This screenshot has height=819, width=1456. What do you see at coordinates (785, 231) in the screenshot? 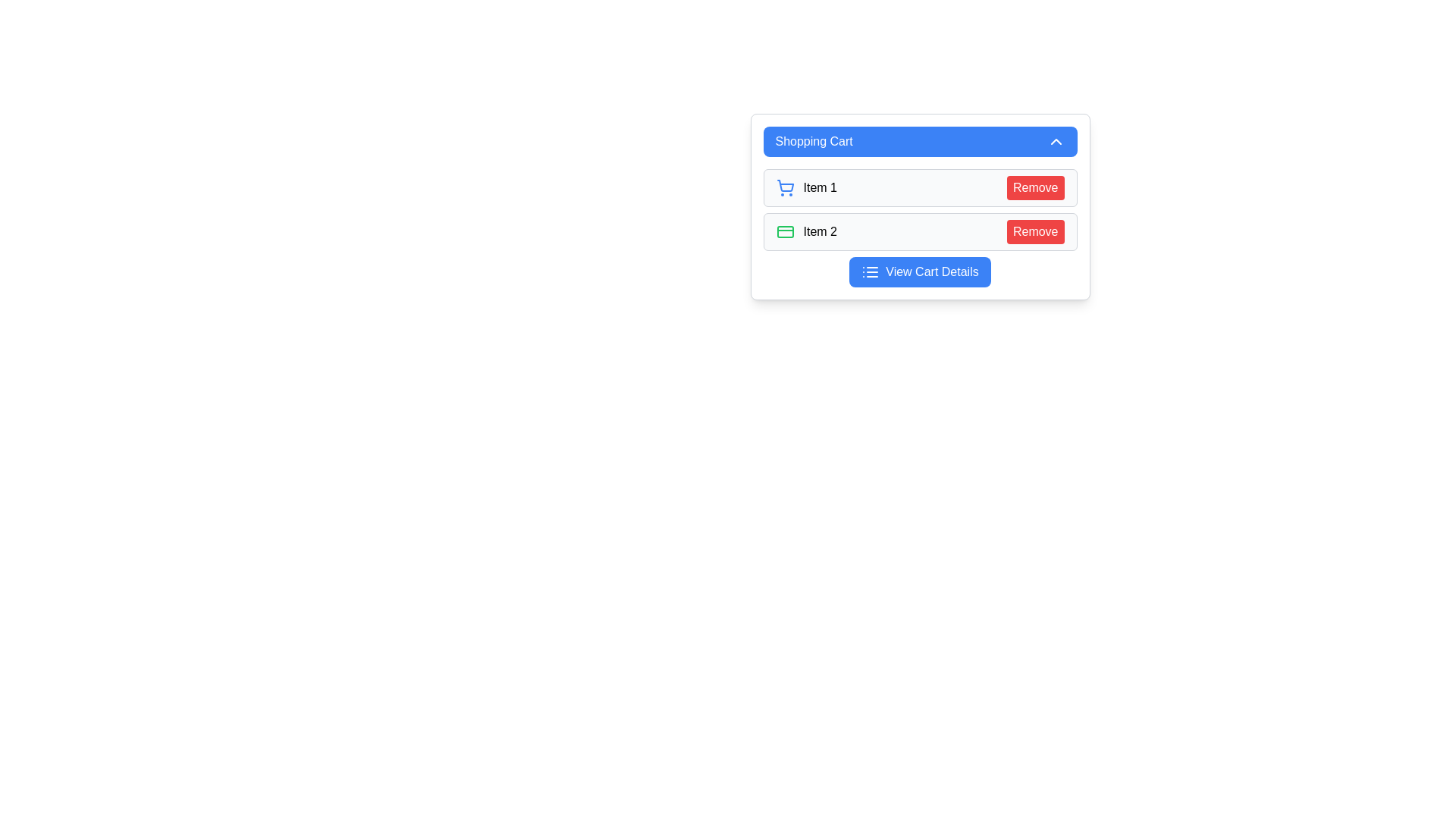
I see `the icon associated with 'Item 2'` at bounding box center [785, 231].